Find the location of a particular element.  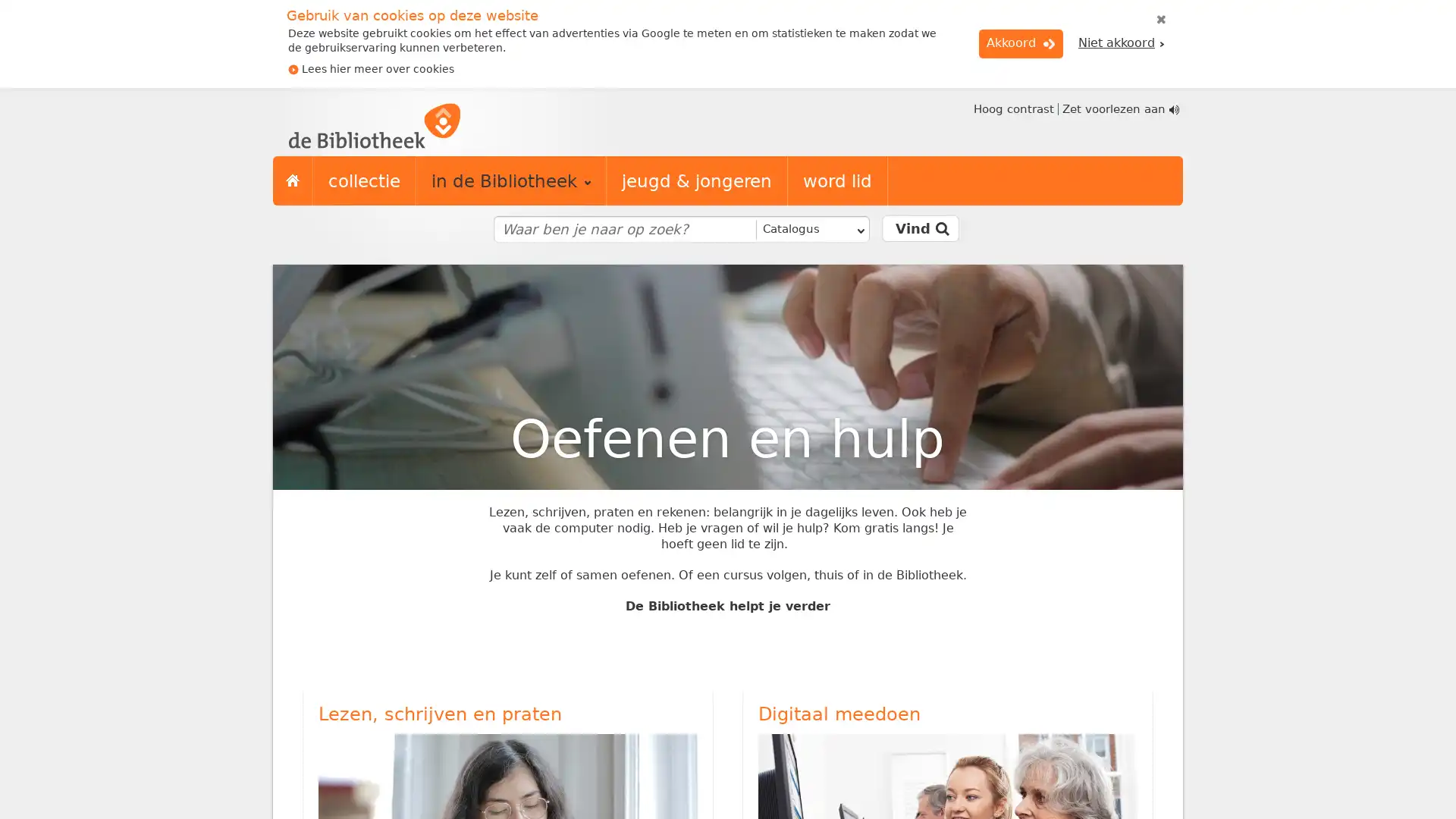

Niet akkoord is located at coordinates (1121, 42).